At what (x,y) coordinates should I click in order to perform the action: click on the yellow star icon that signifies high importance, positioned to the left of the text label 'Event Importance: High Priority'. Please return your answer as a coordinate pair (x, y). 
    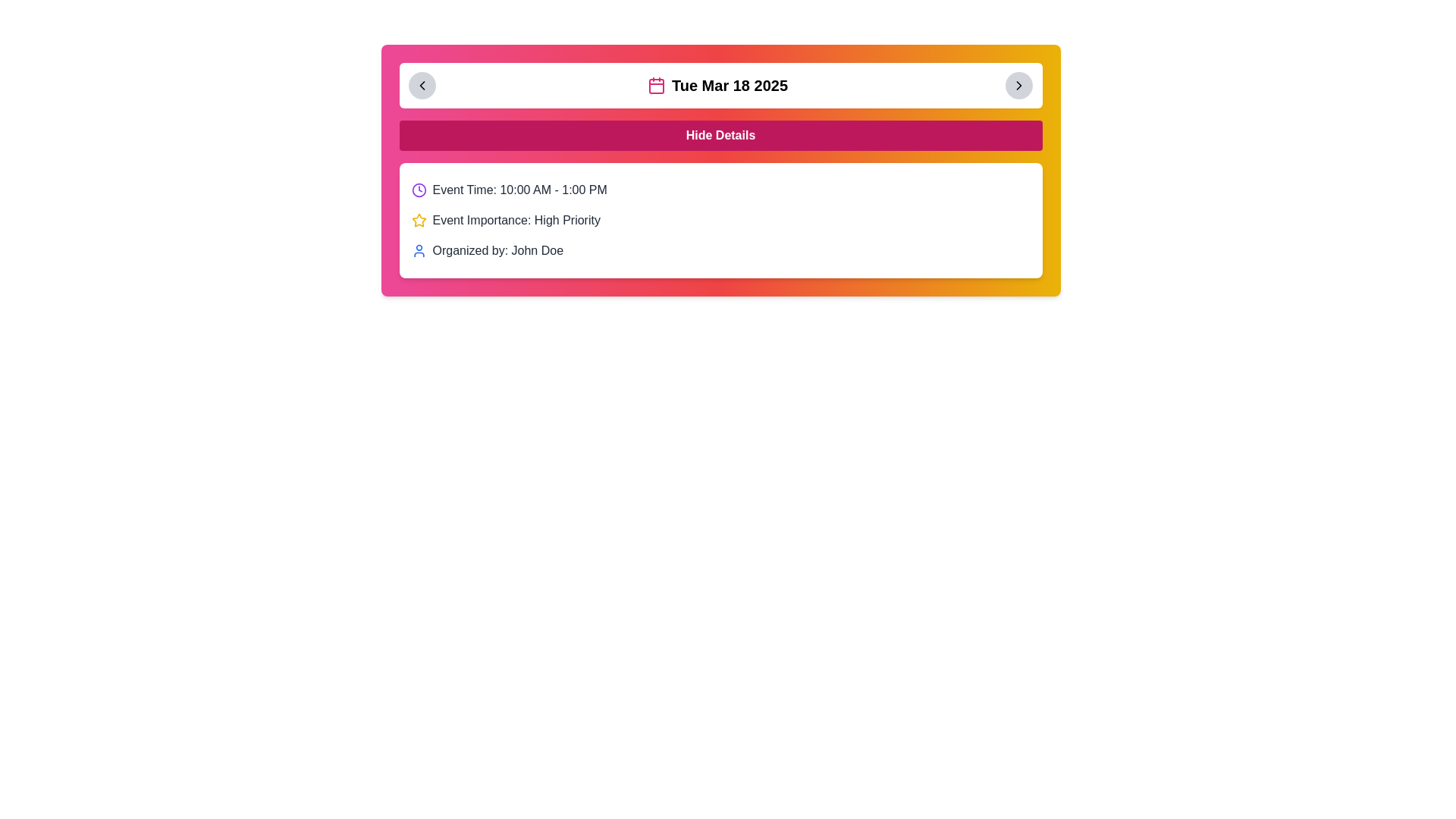
    Looking at the image, I should click on (419, 220).